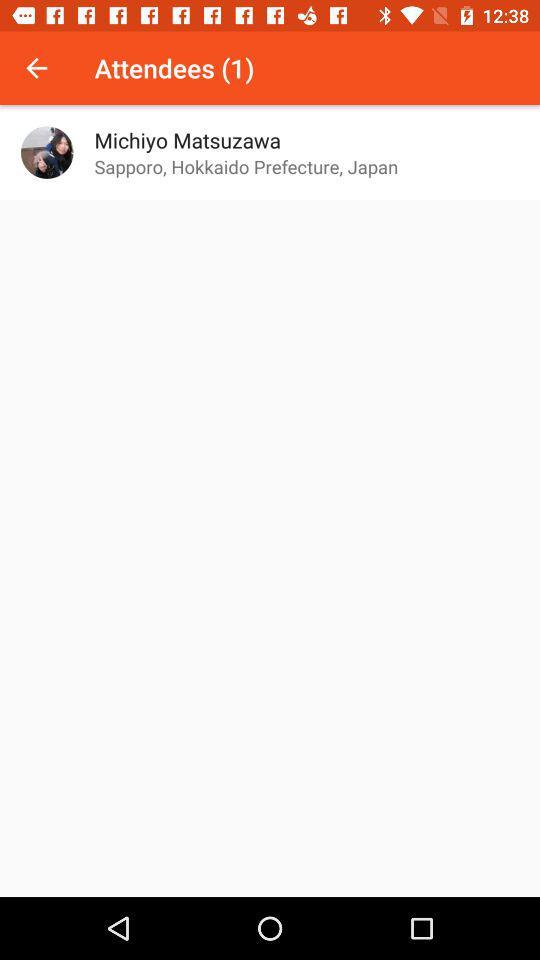 The height and width of the screenshot is (960, 540). Describe the element at coordinates (36, 68) in the screenshot. I see `go back` at that location.